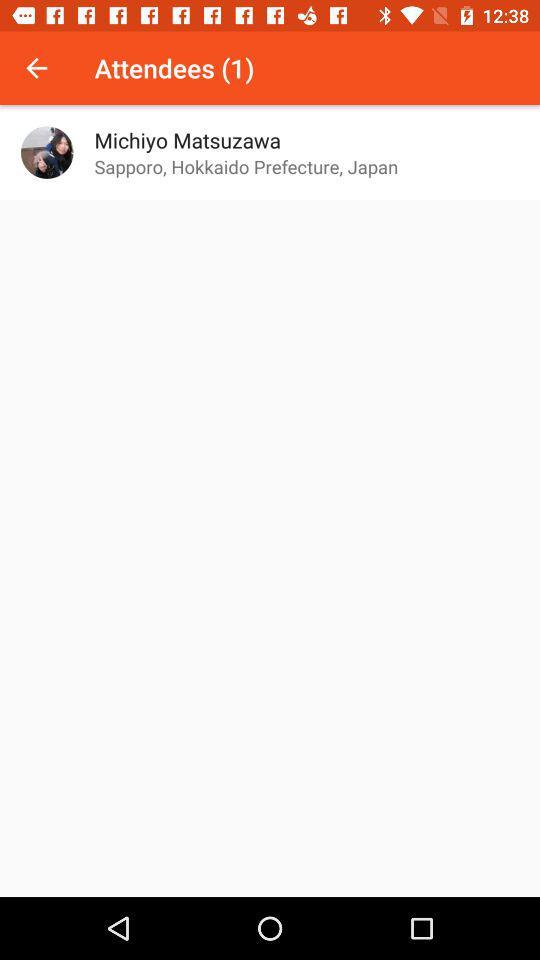 The height and width of the screenshot is (960, 540). Describe the element at coordinates (36, 68) in the screenshot. I see `go back` at that location.